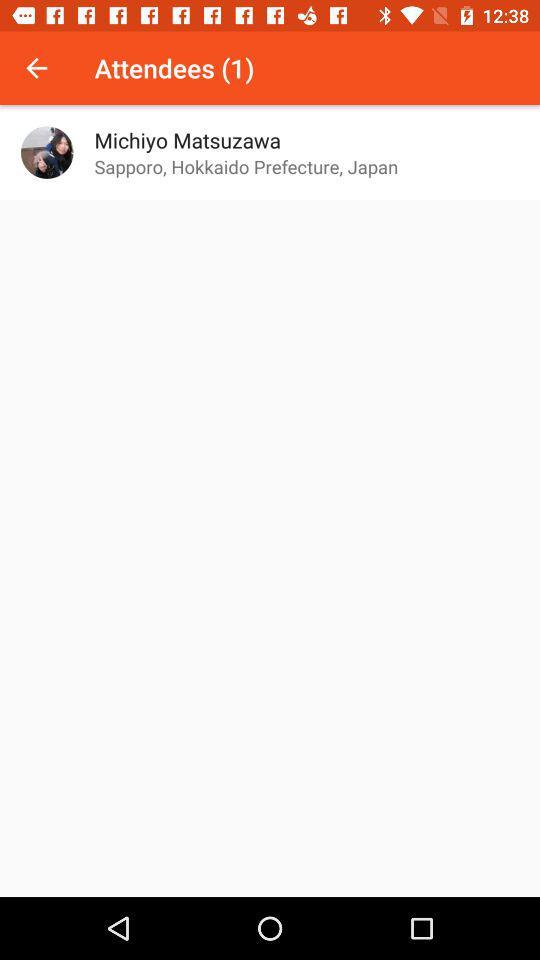 The height and width of the screenshot is (960, 540). Describe the element at coordinates (36, 68) in the screenshot. I see `go back` at that location.